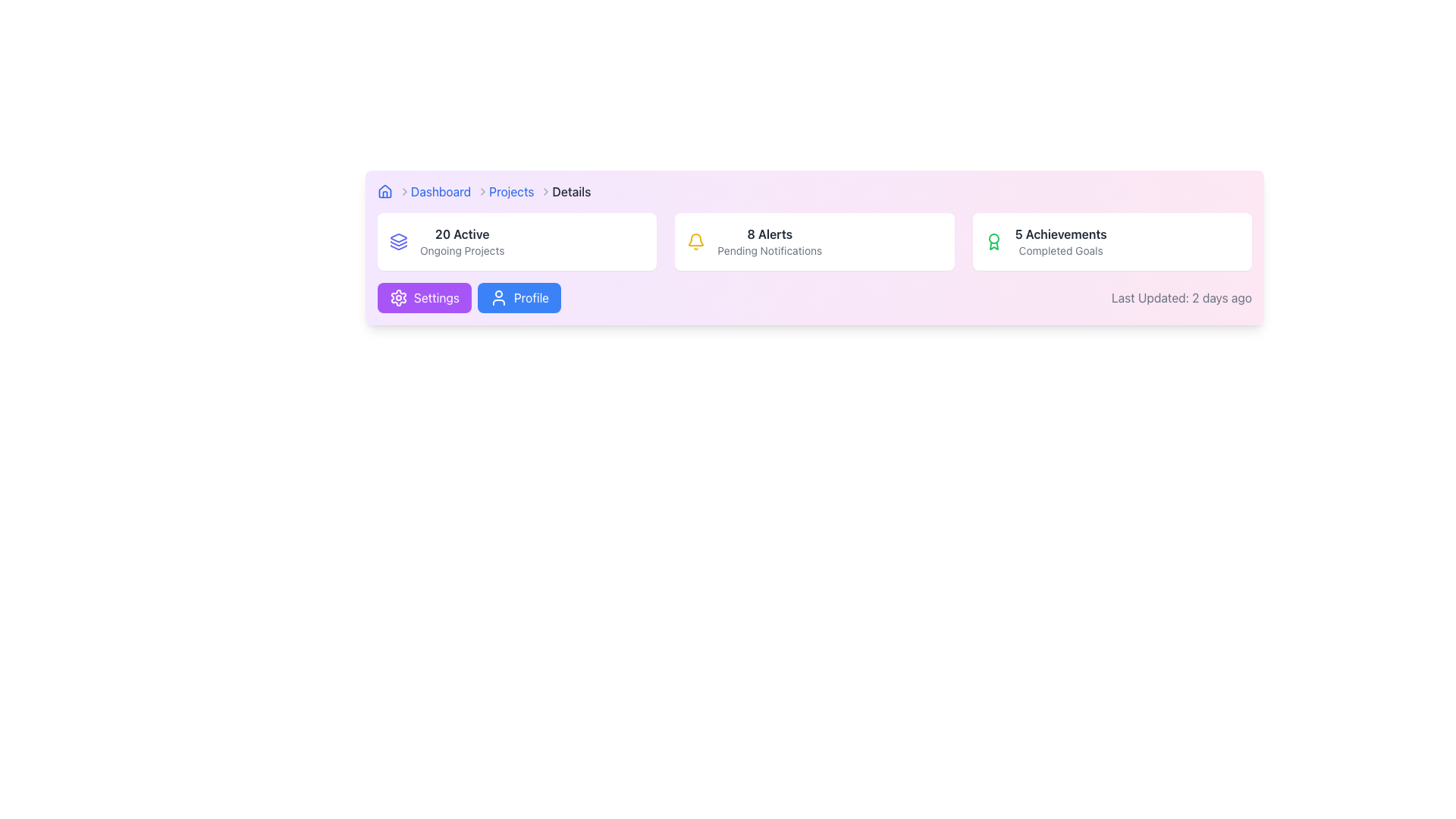 This screenshot has width=1456, height=819. What do you see at coordinates (461, 241) in the screenshot?
I see `the textual information display element that shows '20 Active' and is labeled 'Ongoing Projects', located in the second card of the dashboard page` at bounding box center [461, 241].